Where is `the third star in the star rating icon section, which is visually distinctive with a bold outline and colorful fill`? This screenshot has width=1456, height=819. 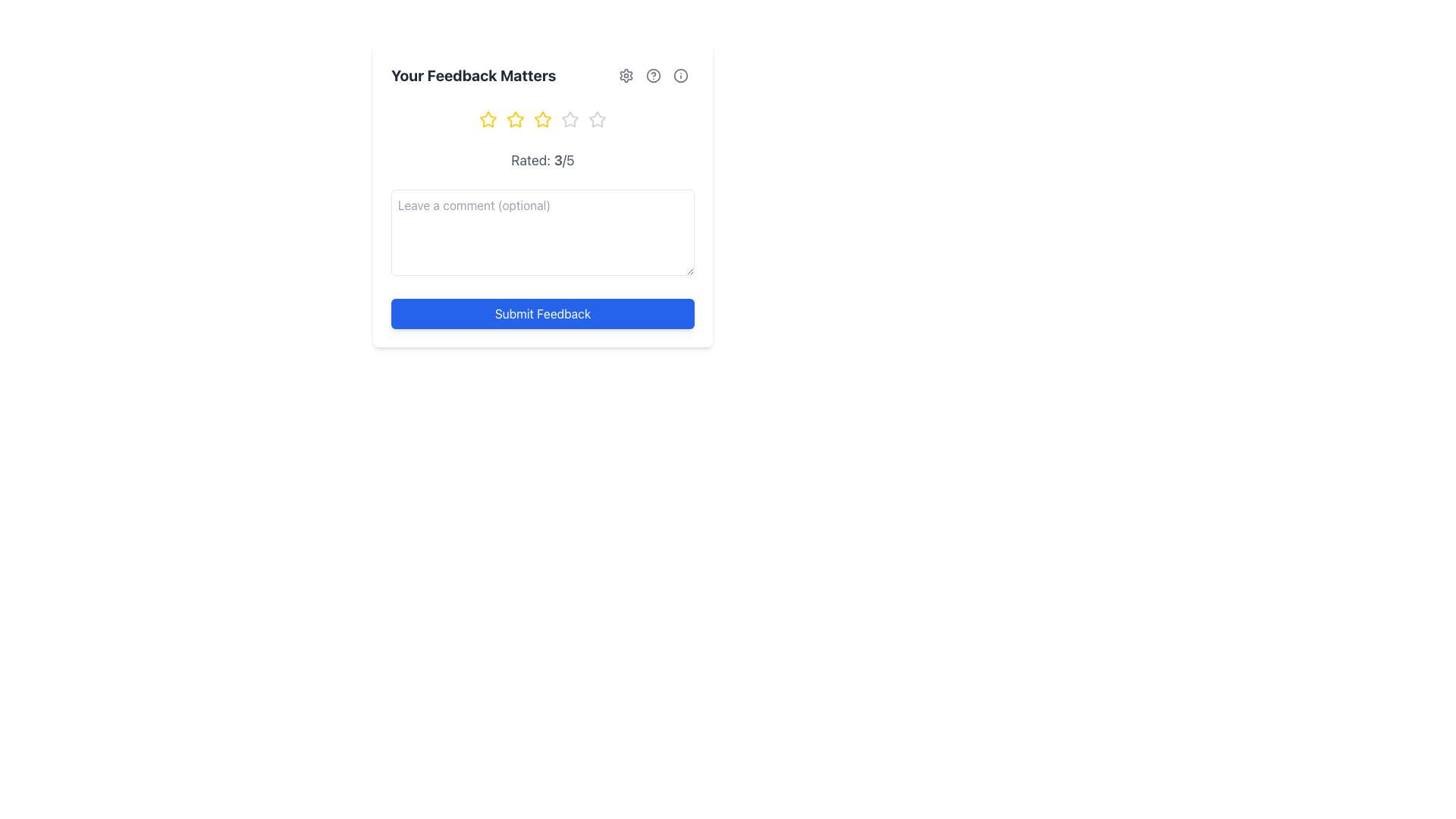 the third star in the star rating icon section, which is visually distinctive with a bold outline and colorful fill is located at coordinates (542, 118).